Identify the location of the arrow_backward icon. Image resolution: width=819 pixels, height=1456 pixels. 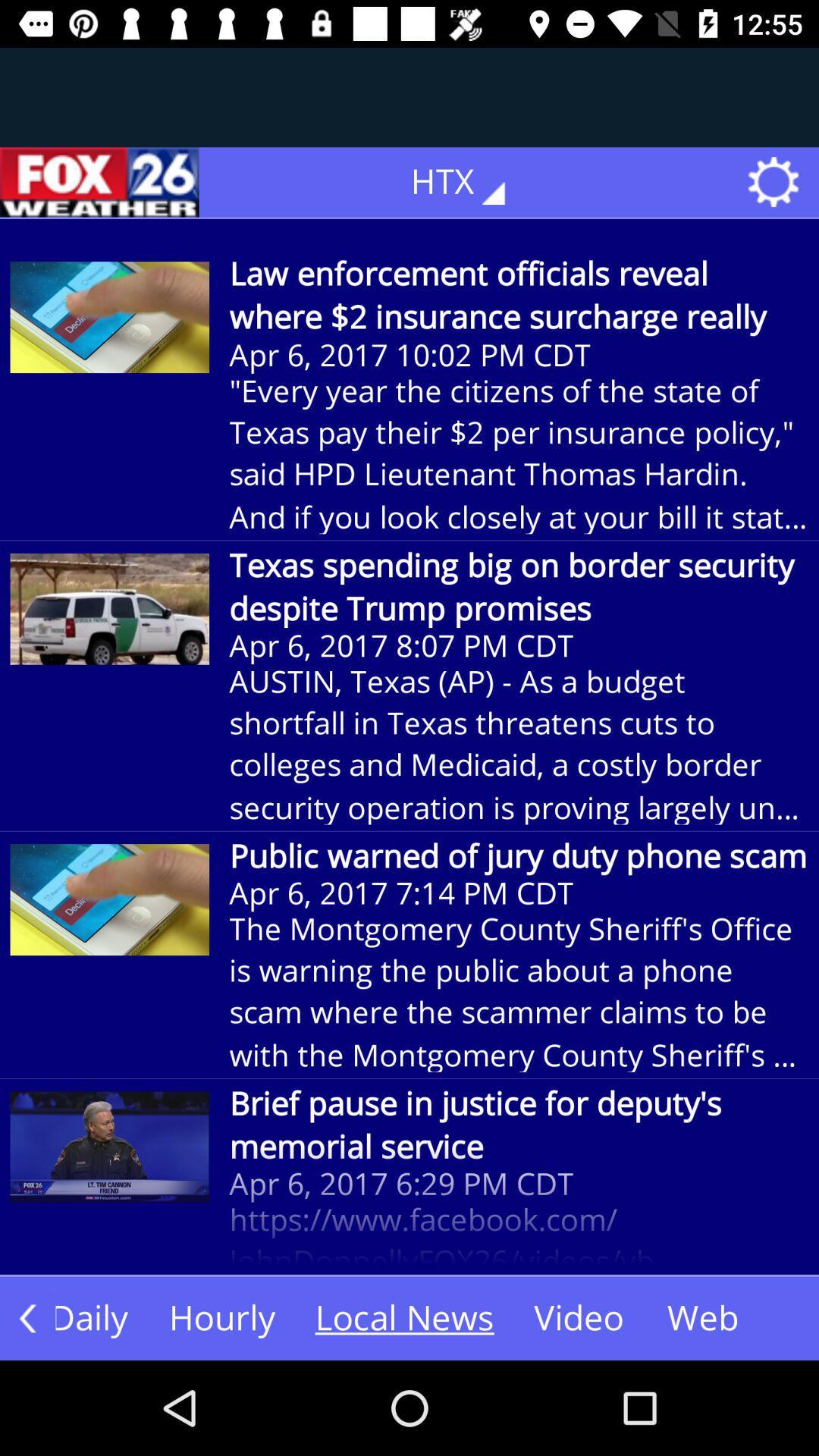
(27, 1317).